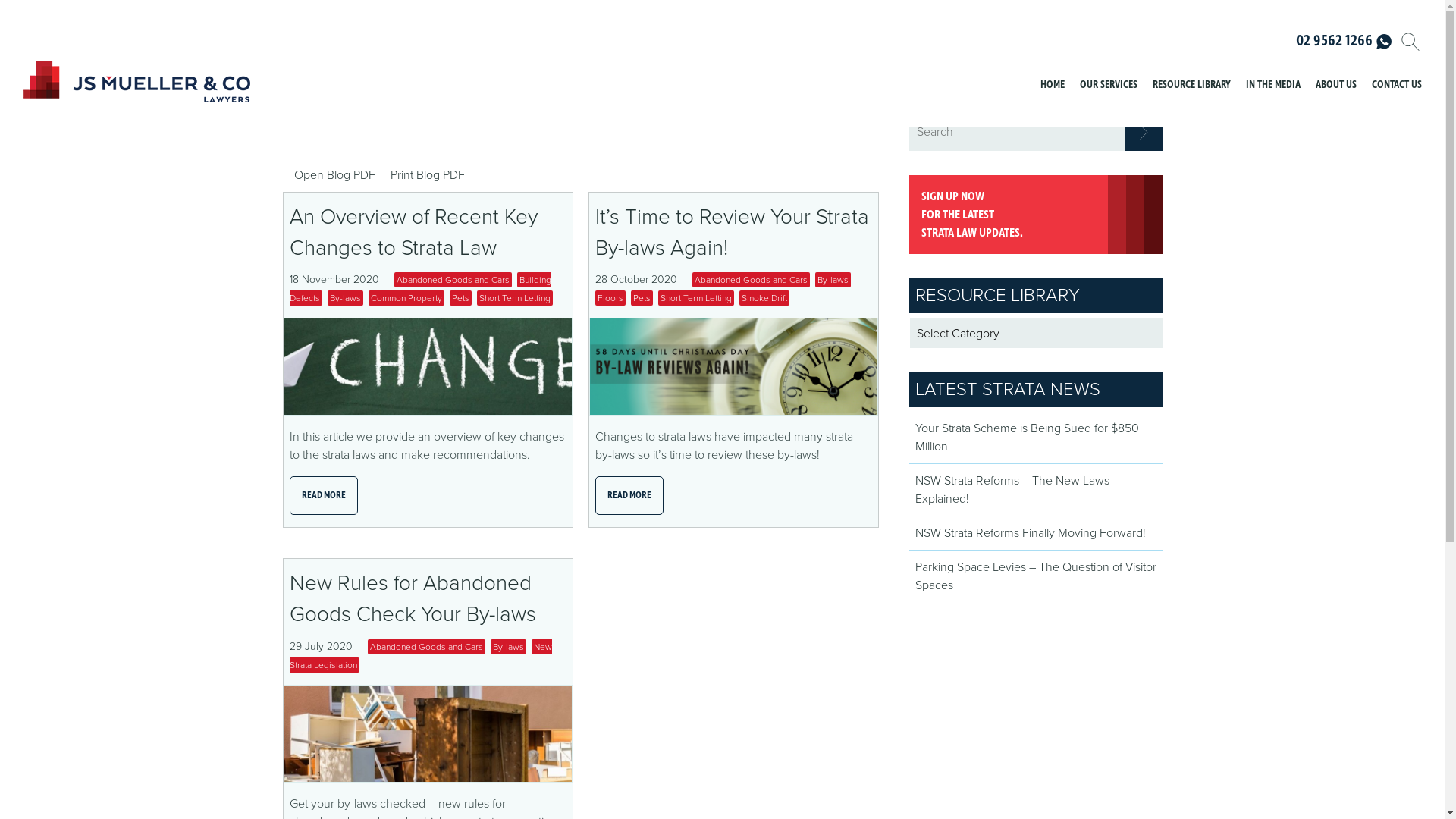 Image resolution: width=1456 pixels, height=819 pixels. What do you see at coordinates (425, 646) in the screenshot?
I see `'Abandoned Goods and Cars'` at bounding box center [425, 646].